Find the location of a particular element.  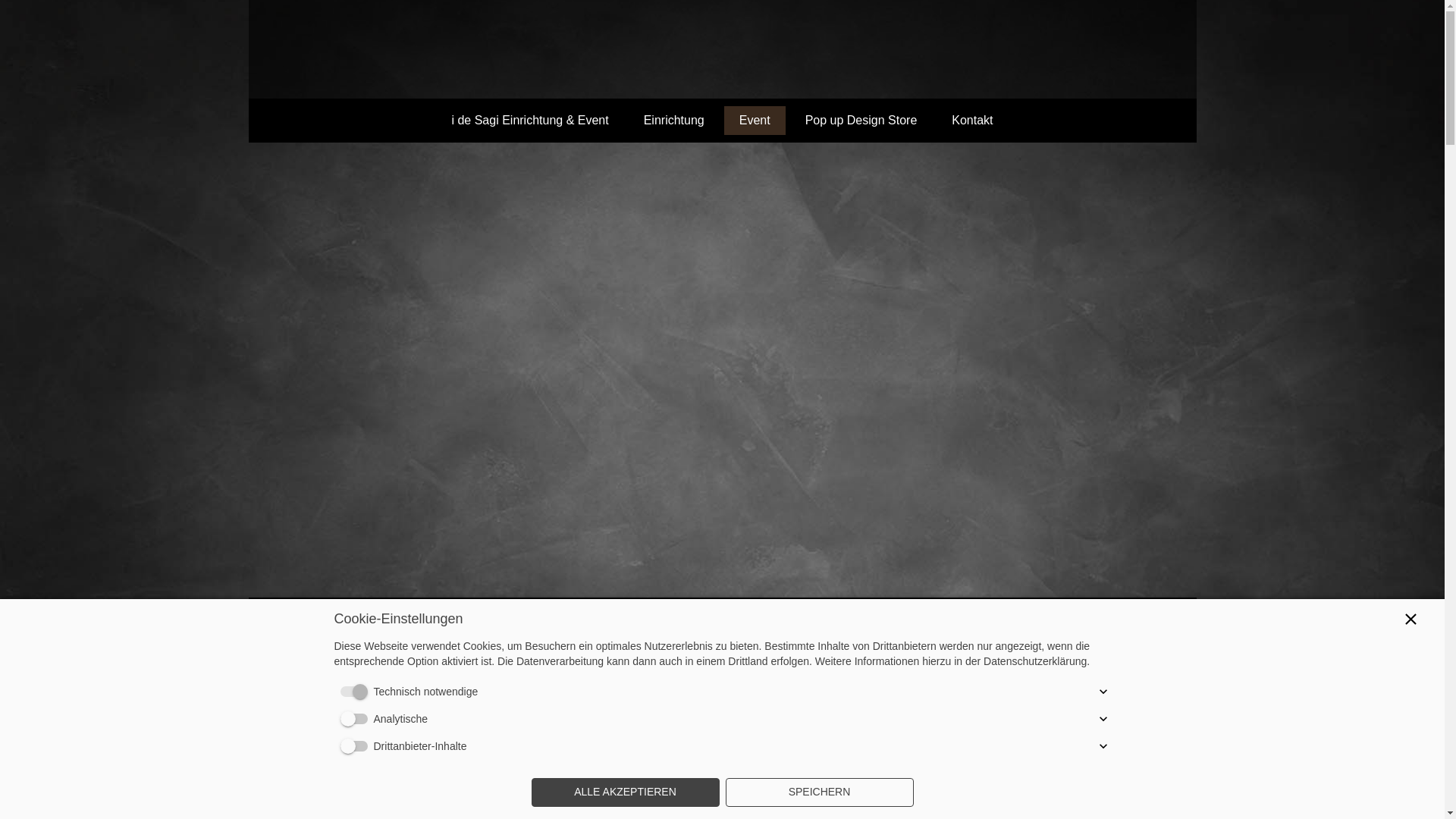

'Event' is located at coordinates (755, 119).